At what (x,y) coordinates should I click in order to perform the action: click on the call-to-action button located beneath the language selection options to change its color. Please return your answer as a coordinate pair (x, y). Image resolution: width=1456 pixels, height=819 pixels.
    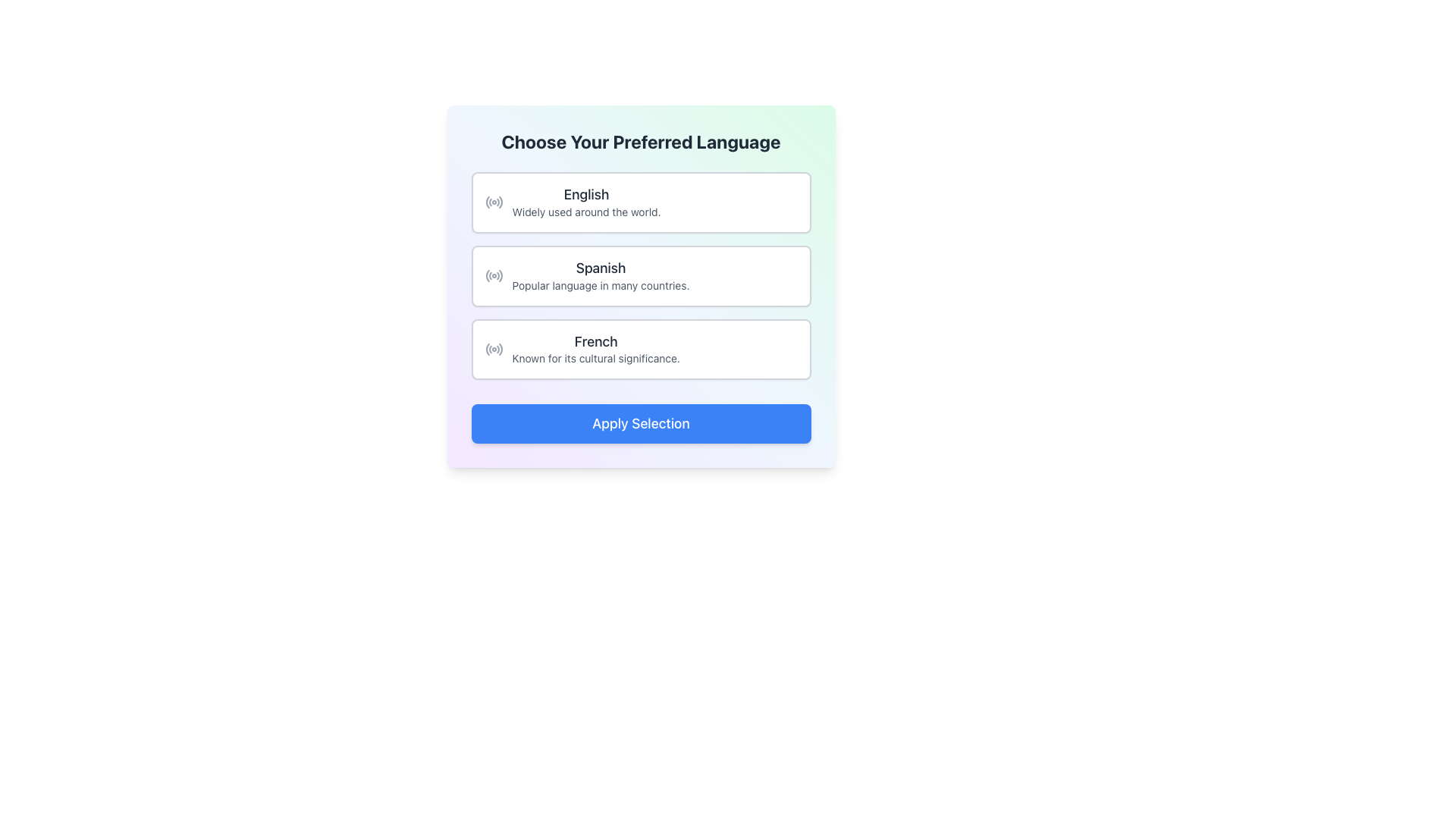
    Looking at the image, I should click on (641, 424).